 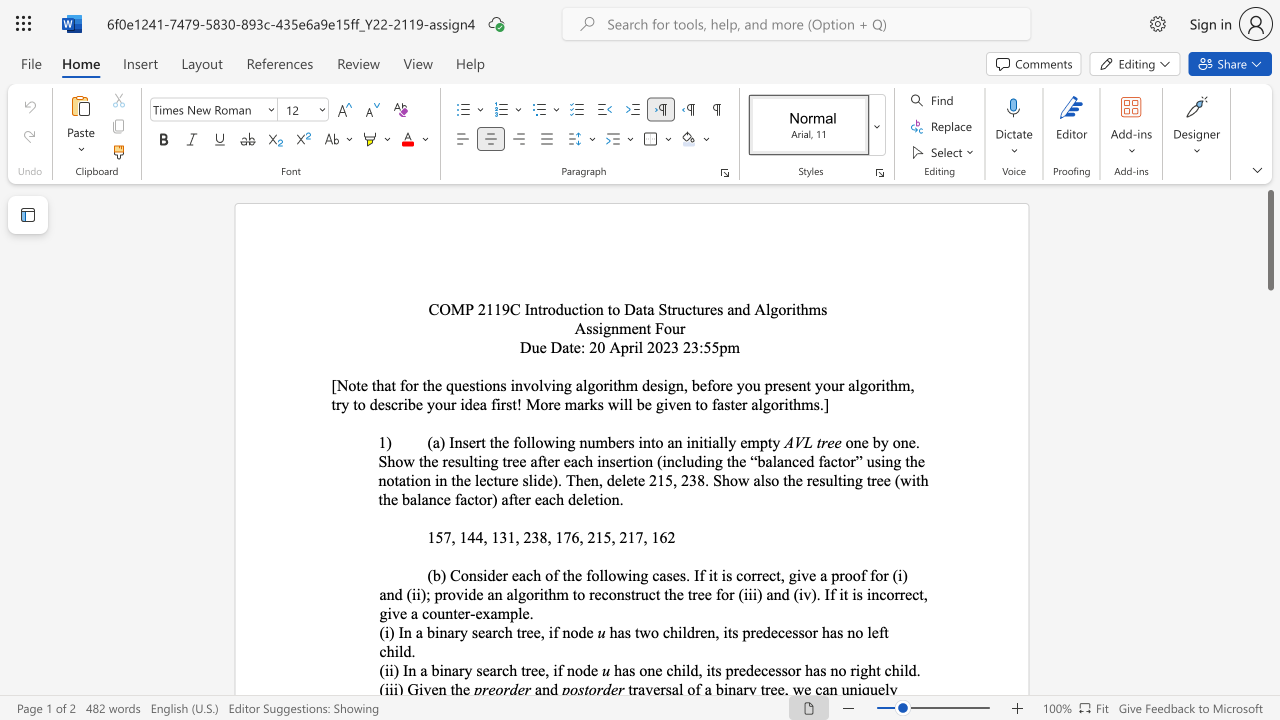 I want to click on the 2th character "s" in the text, so click(x=824, y=309).